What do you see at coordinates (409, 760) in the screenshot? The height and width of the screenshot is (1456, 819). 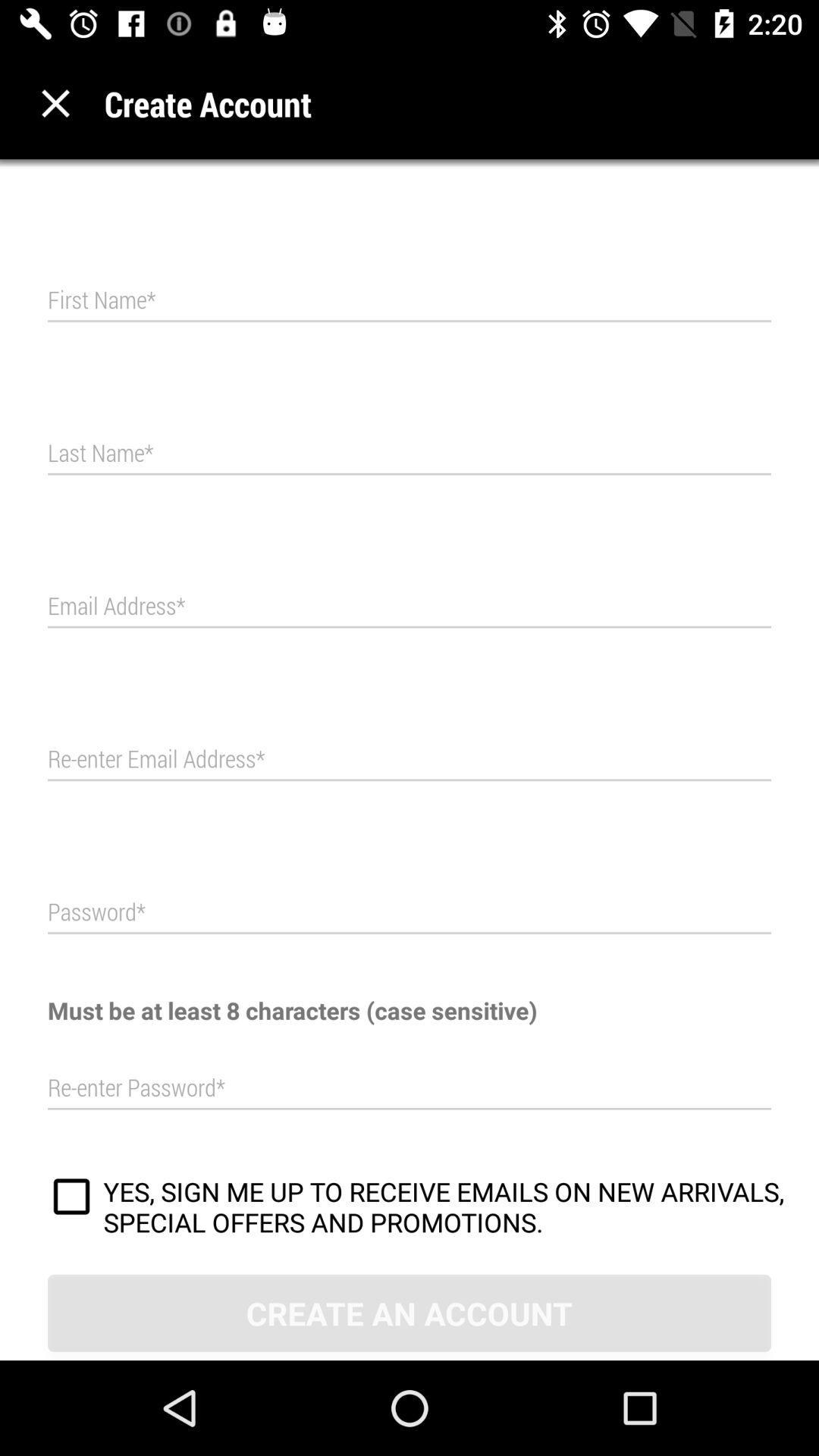 I see `info` at bounding box center [409, 760].